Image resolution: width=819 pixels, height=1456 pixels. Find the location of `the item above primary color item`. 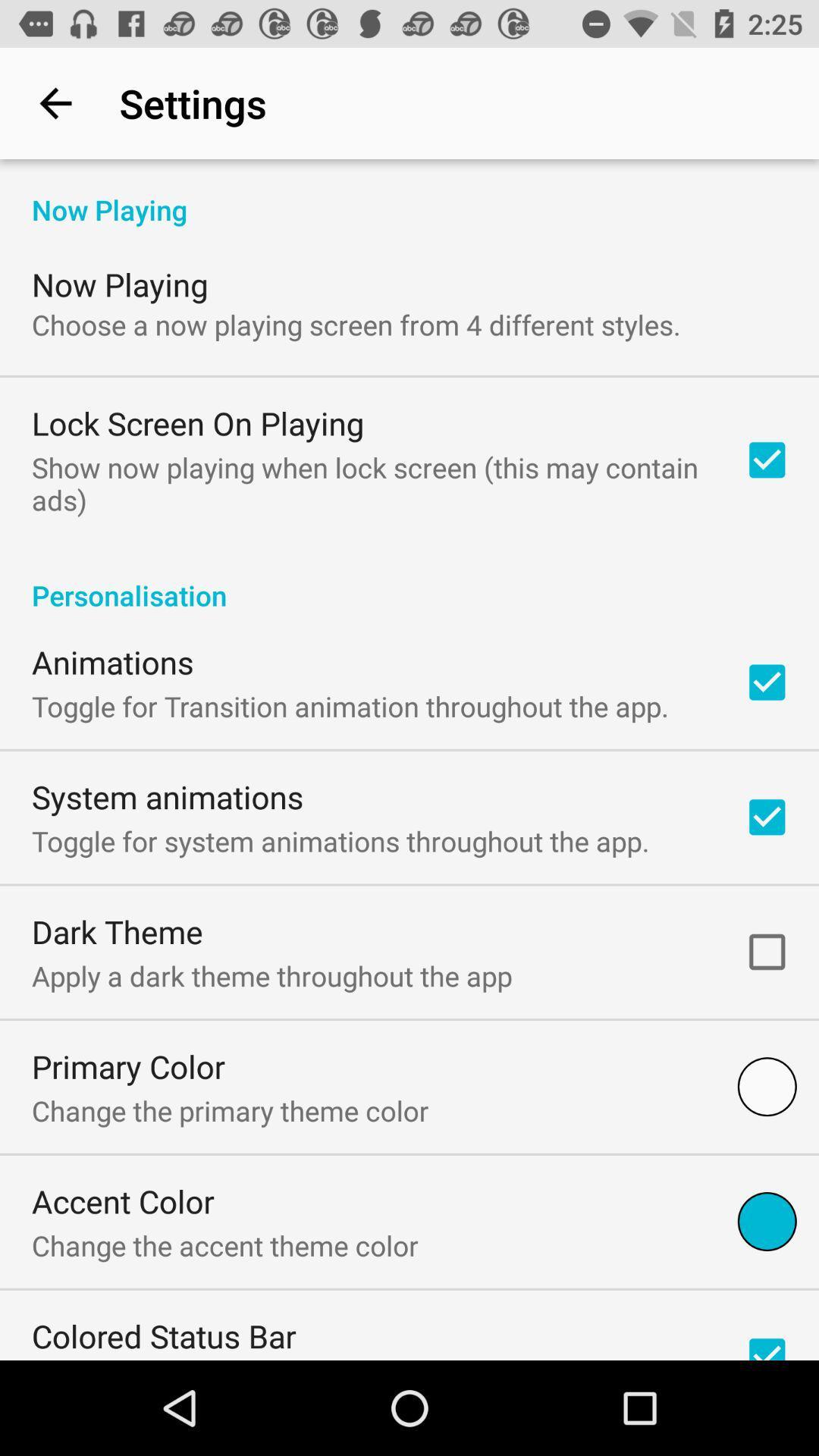

the item above primary color item is located at coordinates (271, 975).